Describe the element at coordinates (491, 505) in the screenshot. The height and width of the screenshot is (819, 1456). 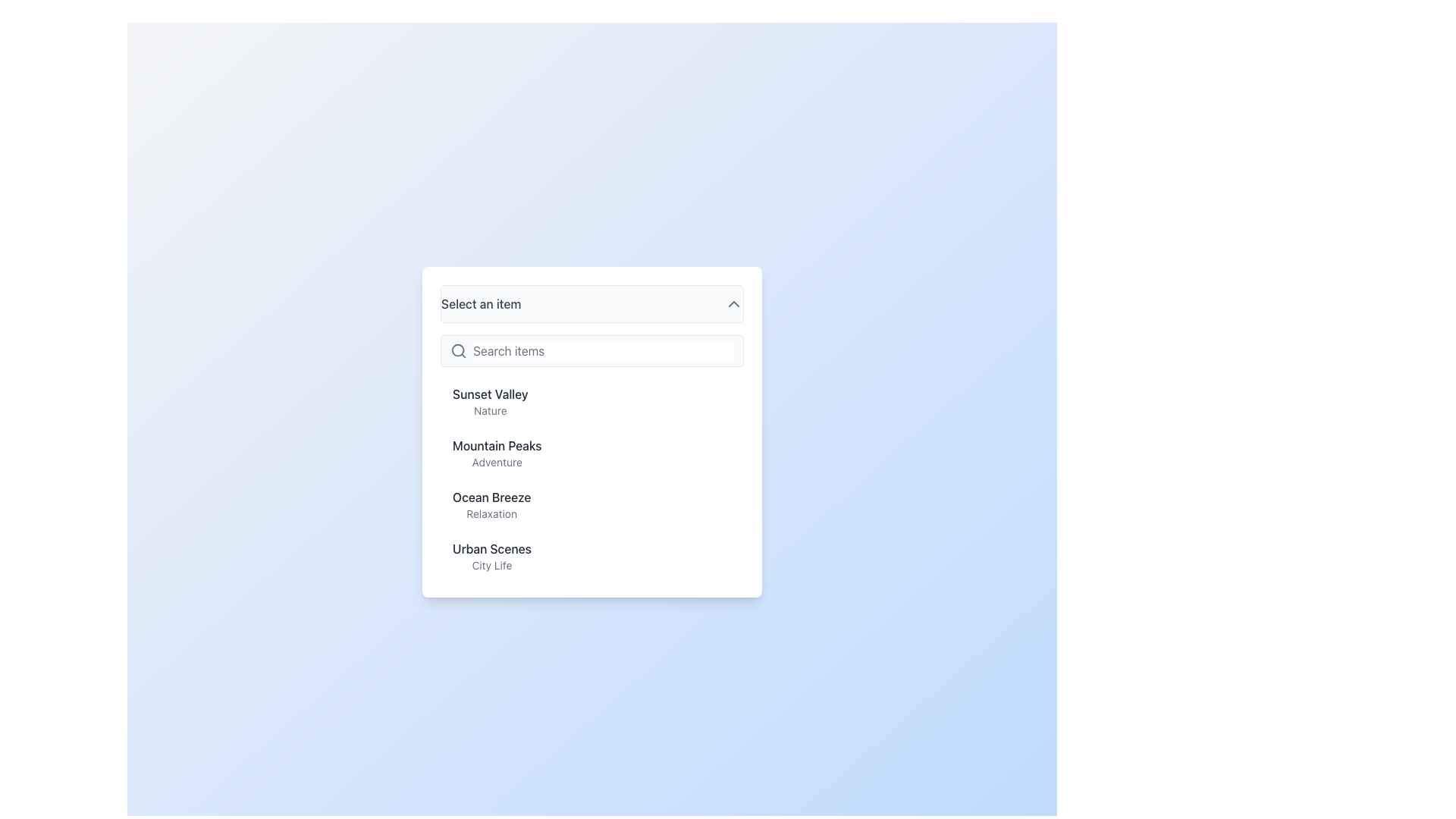
I see `to select the 'Ocean Breeze' and 'Relaxation' option from the dropdown list, which is the third item in the vertical list` at that location.